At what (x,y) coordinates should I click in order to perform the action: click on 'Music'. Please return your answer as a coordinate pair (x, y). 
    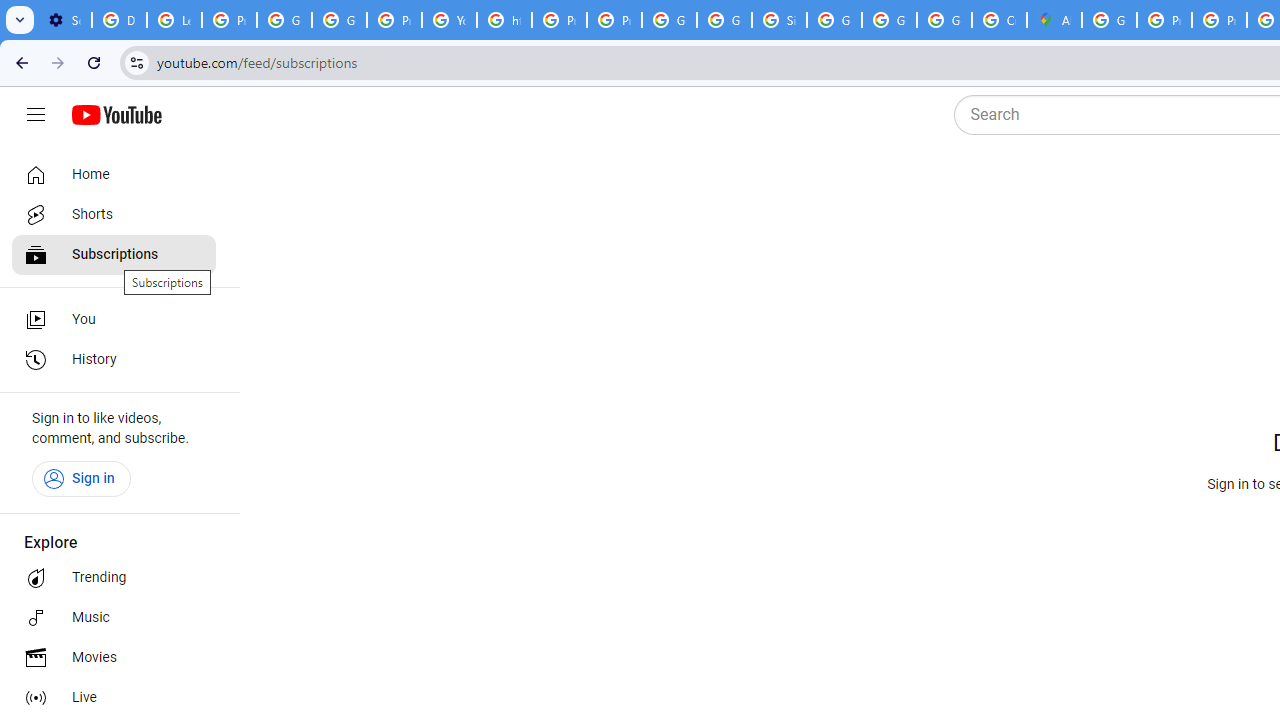
    Looking at the image, I should click on (112, 617).